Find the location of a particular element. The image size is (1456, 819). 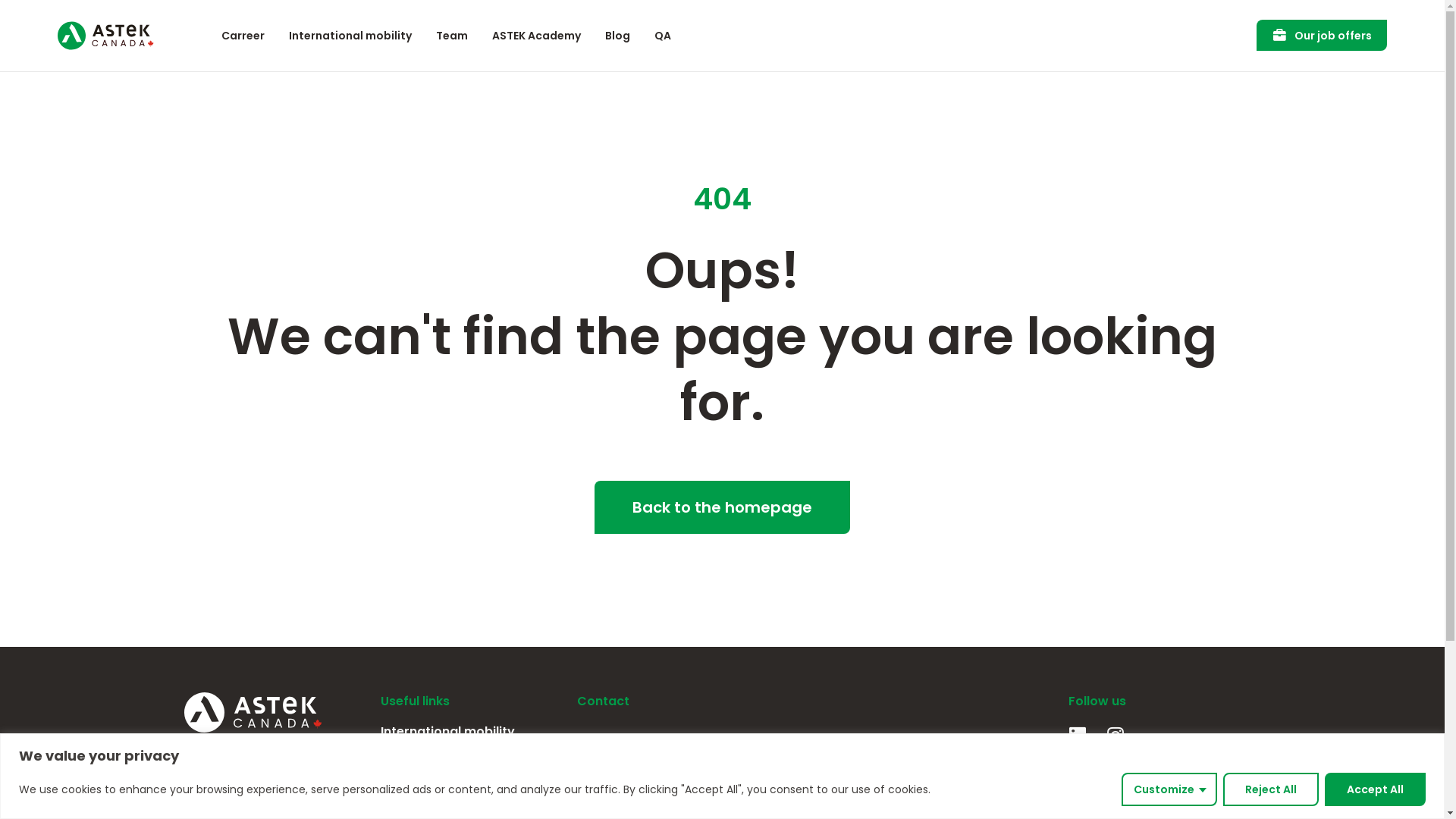

'+1 (514) 494-3262' is located at coordinates (686, 795).